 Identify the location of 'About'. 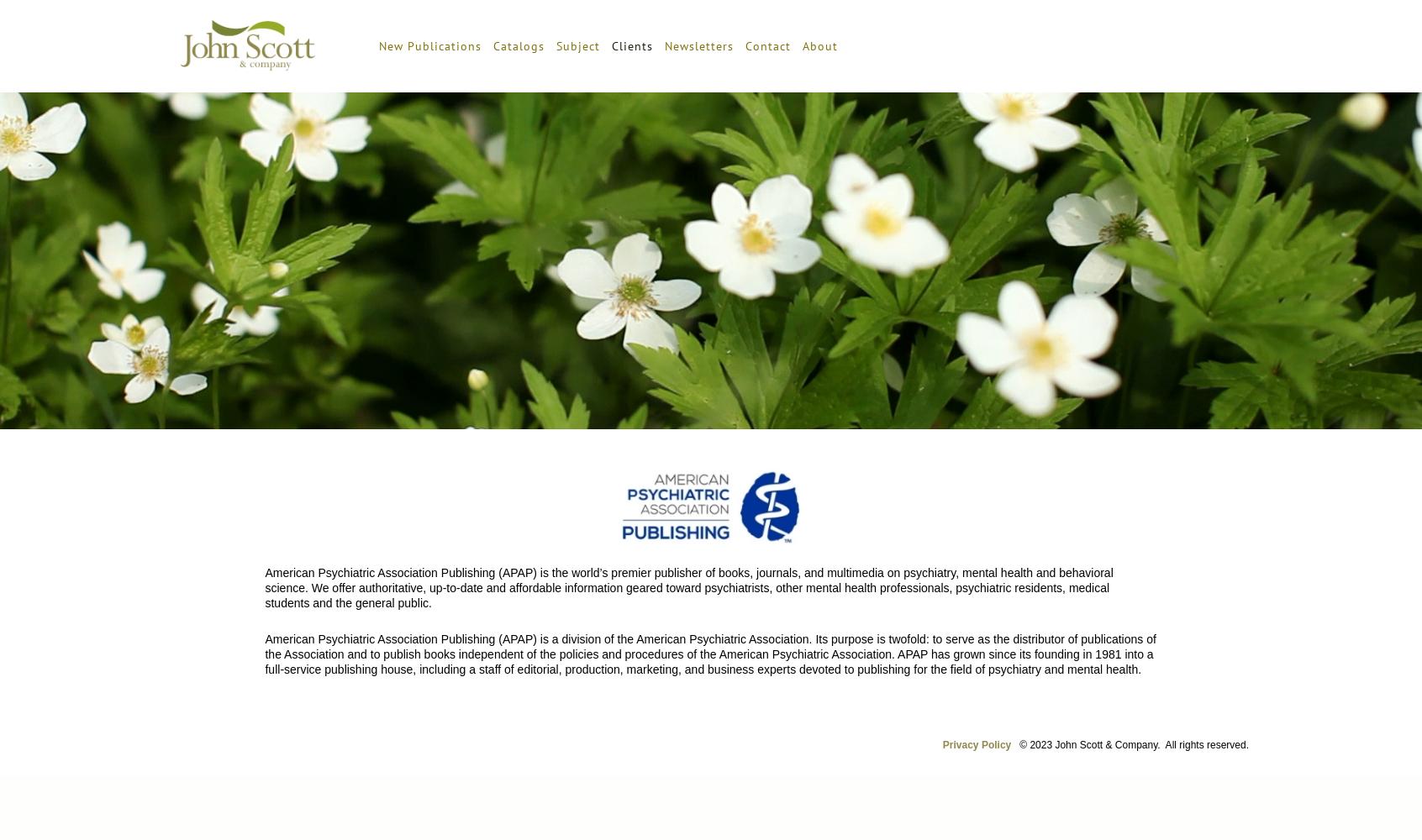
(819, 45).